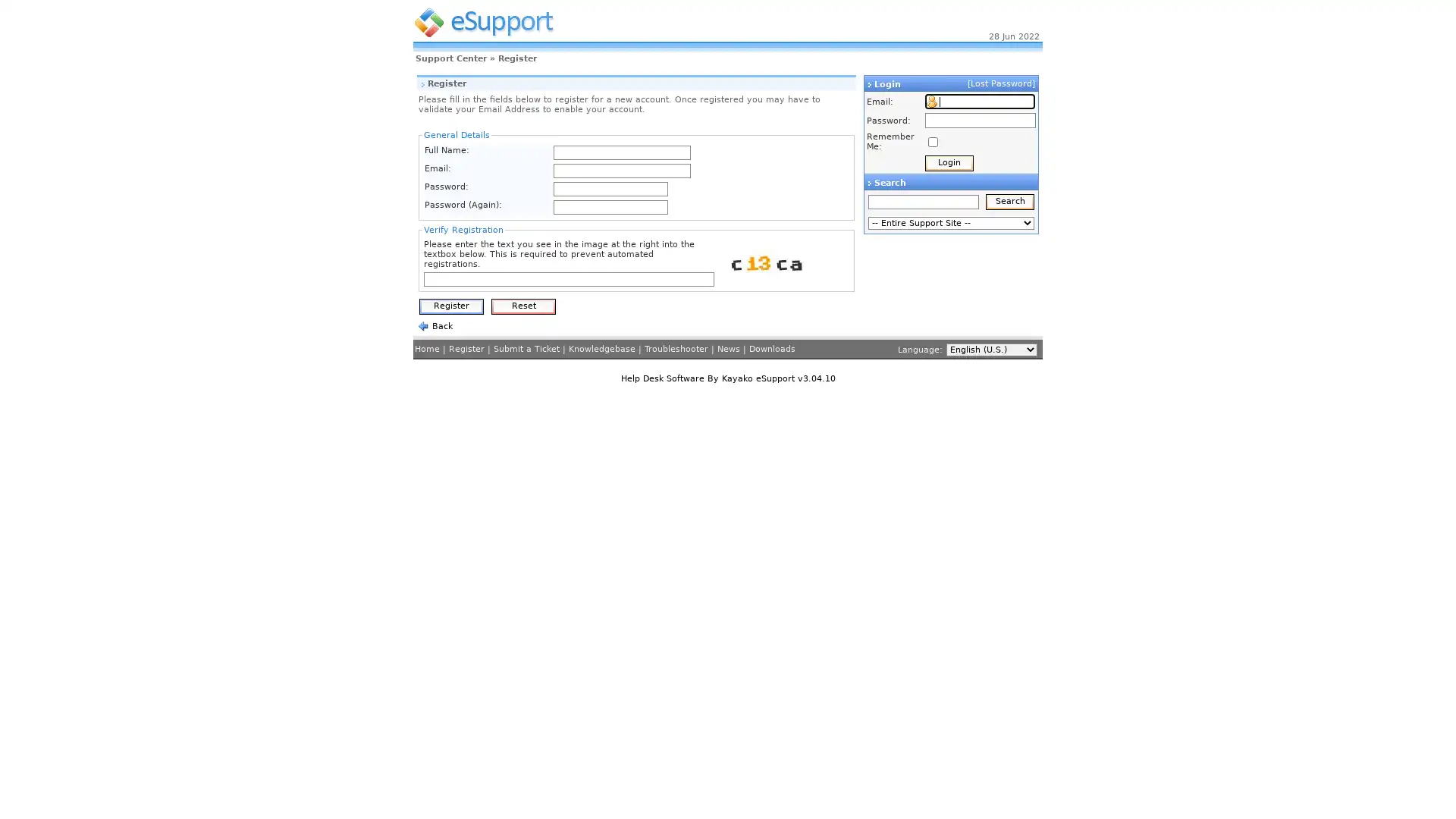 The height and width of the screenshot is (819, 1456). What do you see at coordinates (1010, 201) in the screenshot?
I see `Search` at bounding box center [1010, 201].